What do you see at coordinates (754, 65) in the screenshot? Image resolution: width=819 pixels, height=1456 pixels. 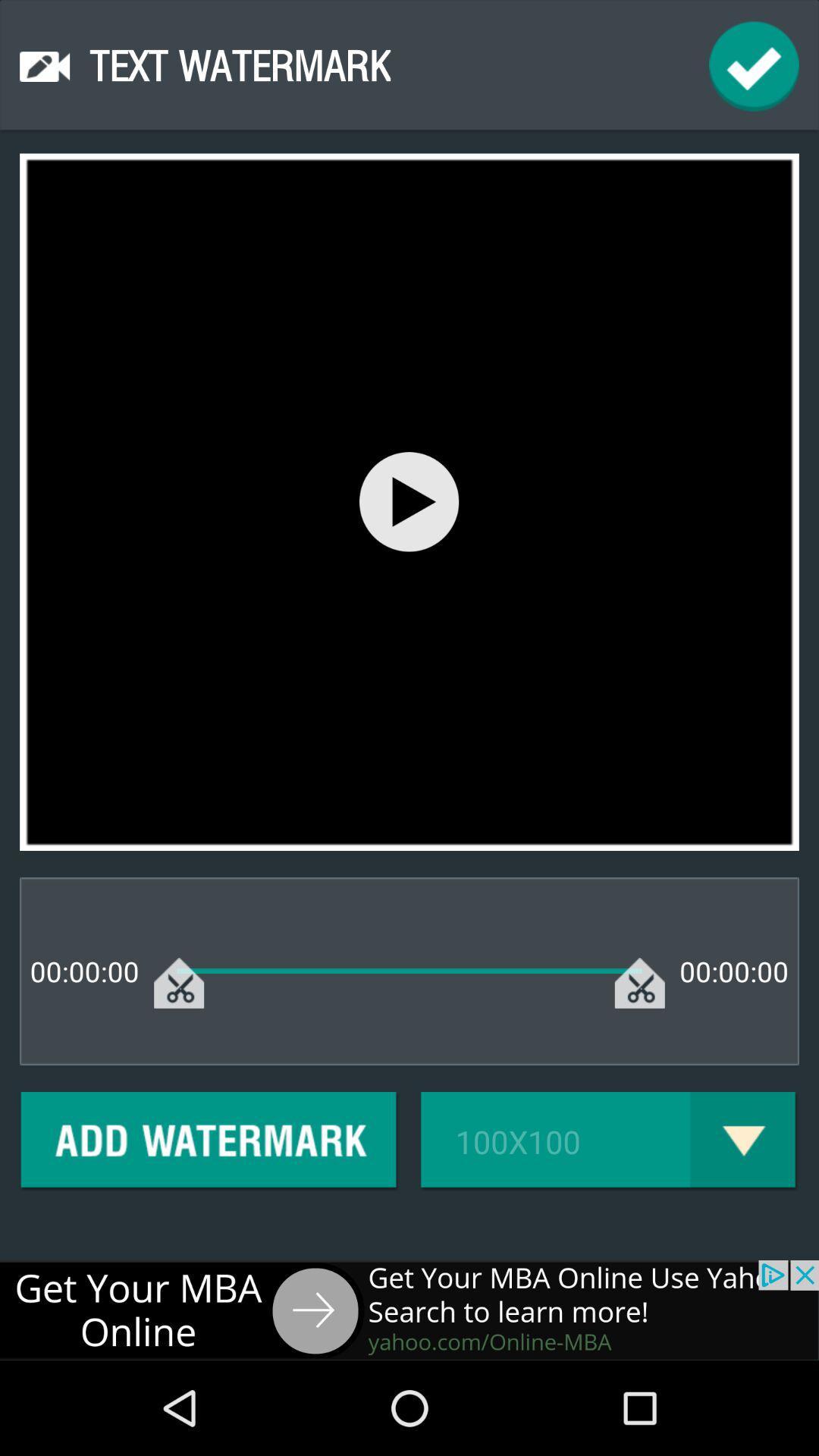 I see `progress` at bounding box center [754, 65].